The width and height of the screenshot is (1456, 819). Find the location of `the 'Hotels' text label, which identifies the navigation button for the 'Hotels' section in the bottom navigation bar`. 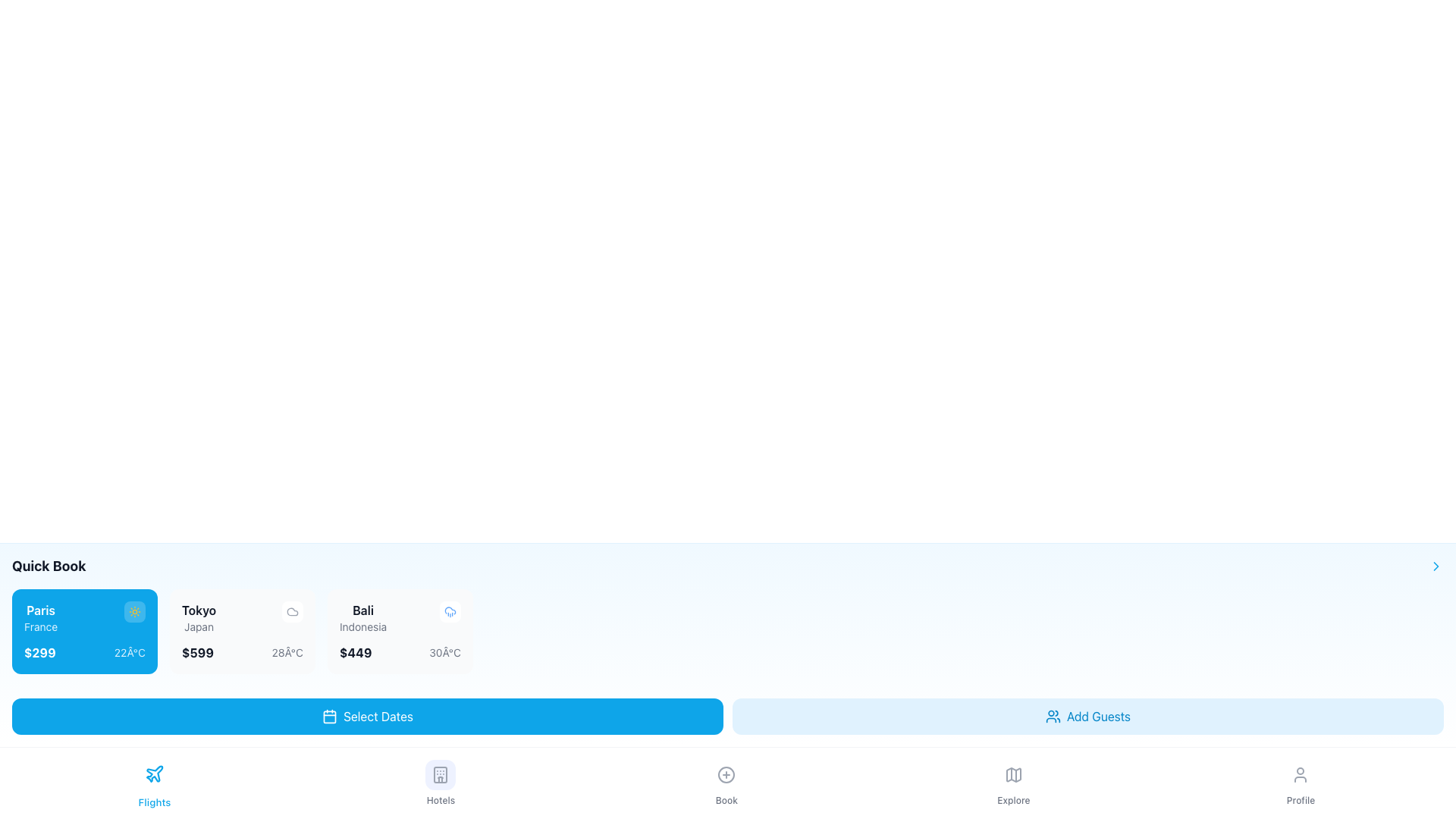

the 'Hotels' text label, which identifies the navigation button for the 'Hotels' section in the bottom navigation bar is located at coordinates (440, 800).